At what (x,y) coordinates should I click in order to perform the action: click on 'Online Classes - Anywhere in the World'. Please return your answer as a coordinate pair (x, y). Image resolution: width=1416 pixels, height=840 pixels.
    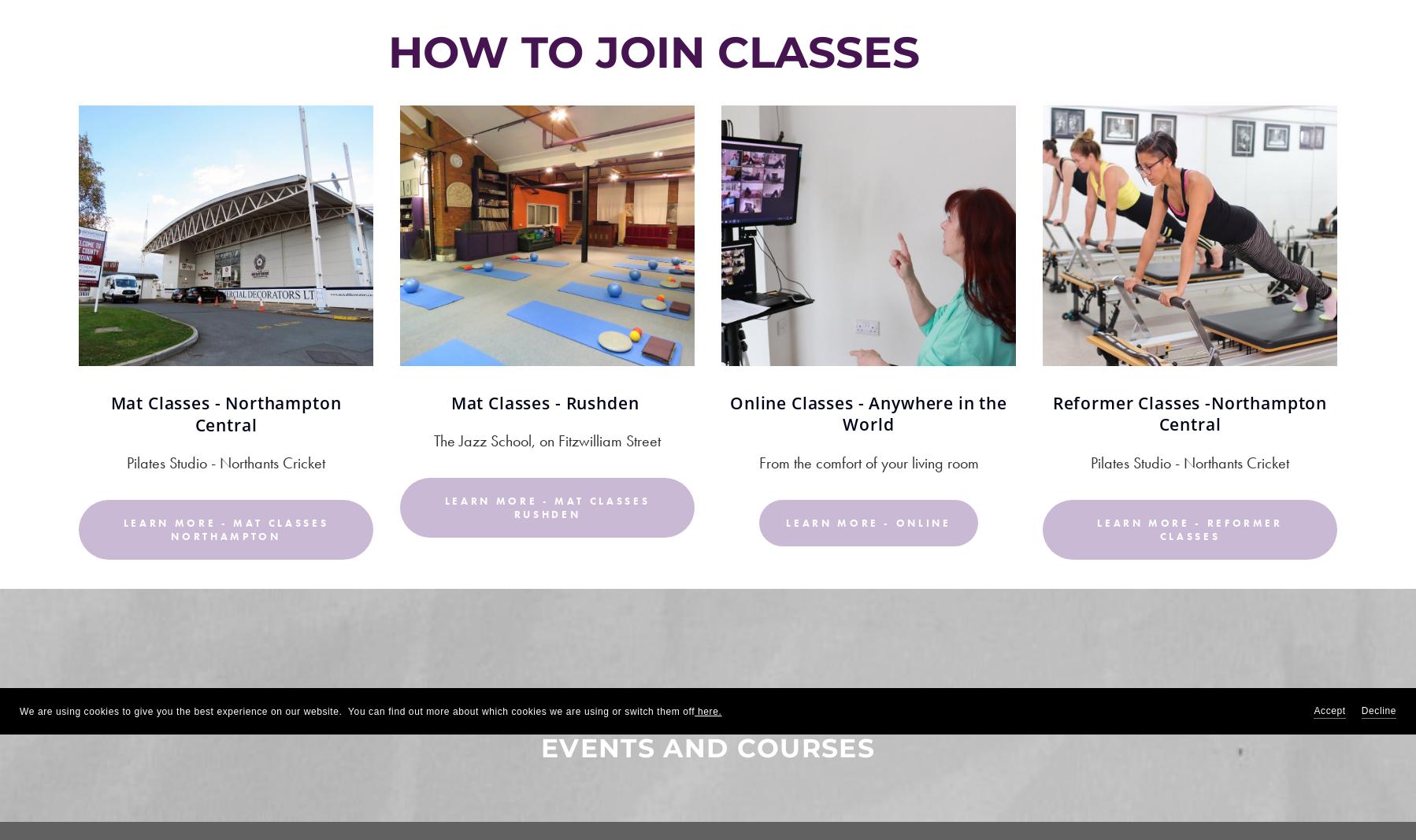
    Looking at the image, I should click on (870, 413).